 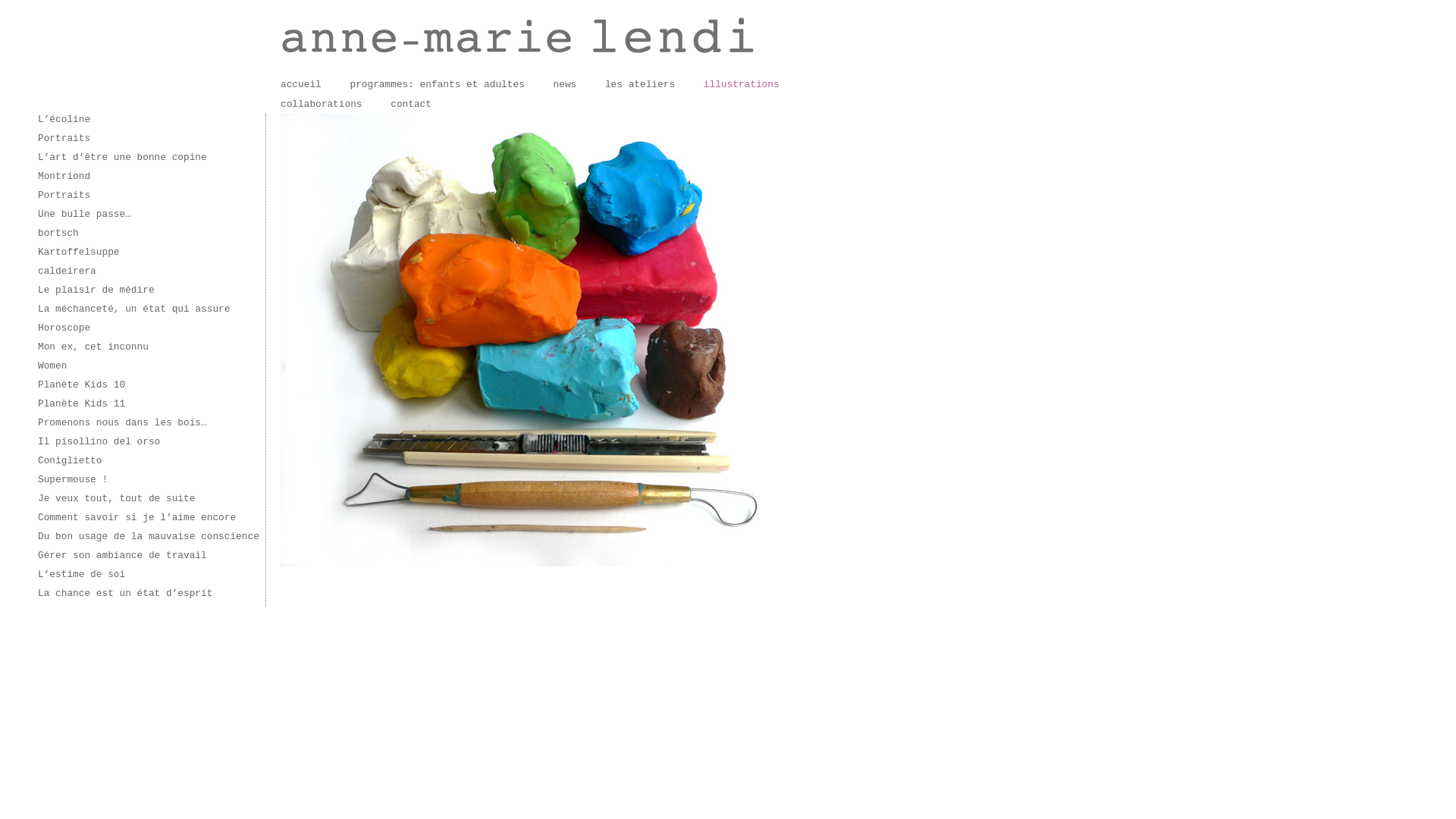 I want to click on 'Il pisollino del orso', so click(x=98, y=441).